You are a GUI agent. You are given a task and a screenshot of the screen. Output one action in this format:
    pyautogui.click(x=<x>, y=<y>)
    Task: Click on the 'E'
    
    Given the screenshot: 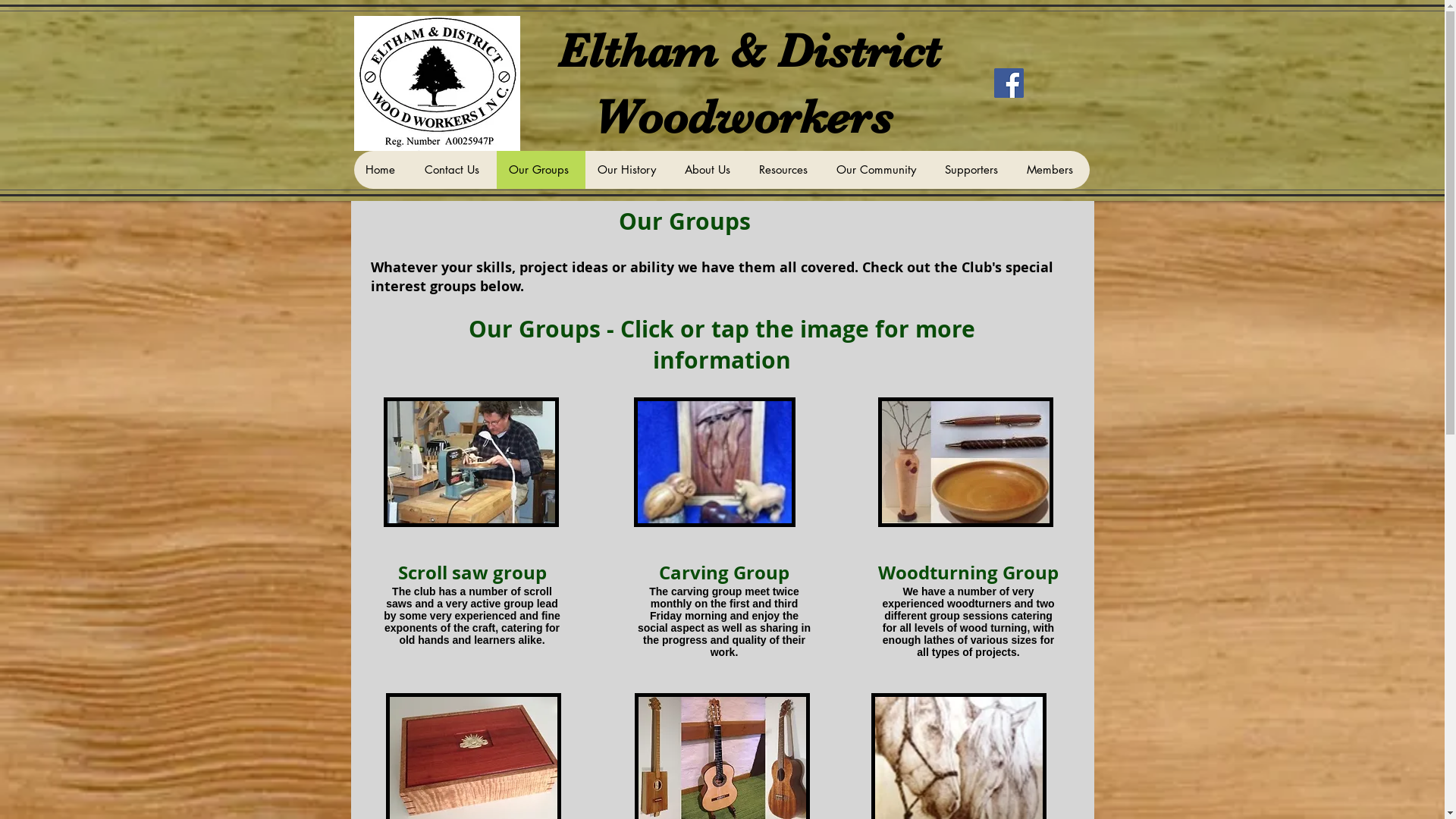 What is the action you would take?
    pyautogui.click(x=572, y=49)
    